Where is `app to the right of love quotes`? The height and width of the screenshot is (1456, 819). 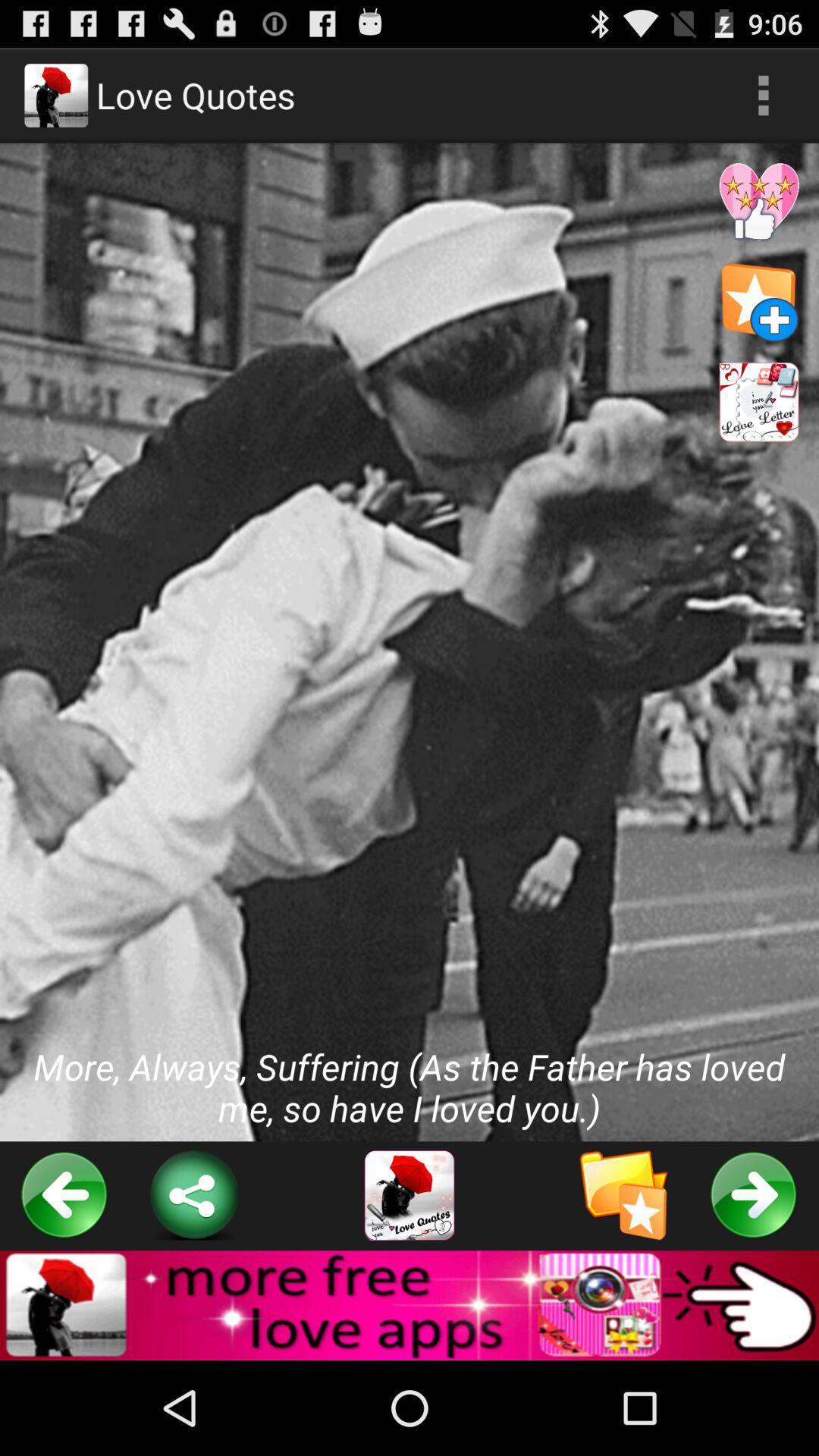 app to the right of love quotes is located at coordinates (763, 94).